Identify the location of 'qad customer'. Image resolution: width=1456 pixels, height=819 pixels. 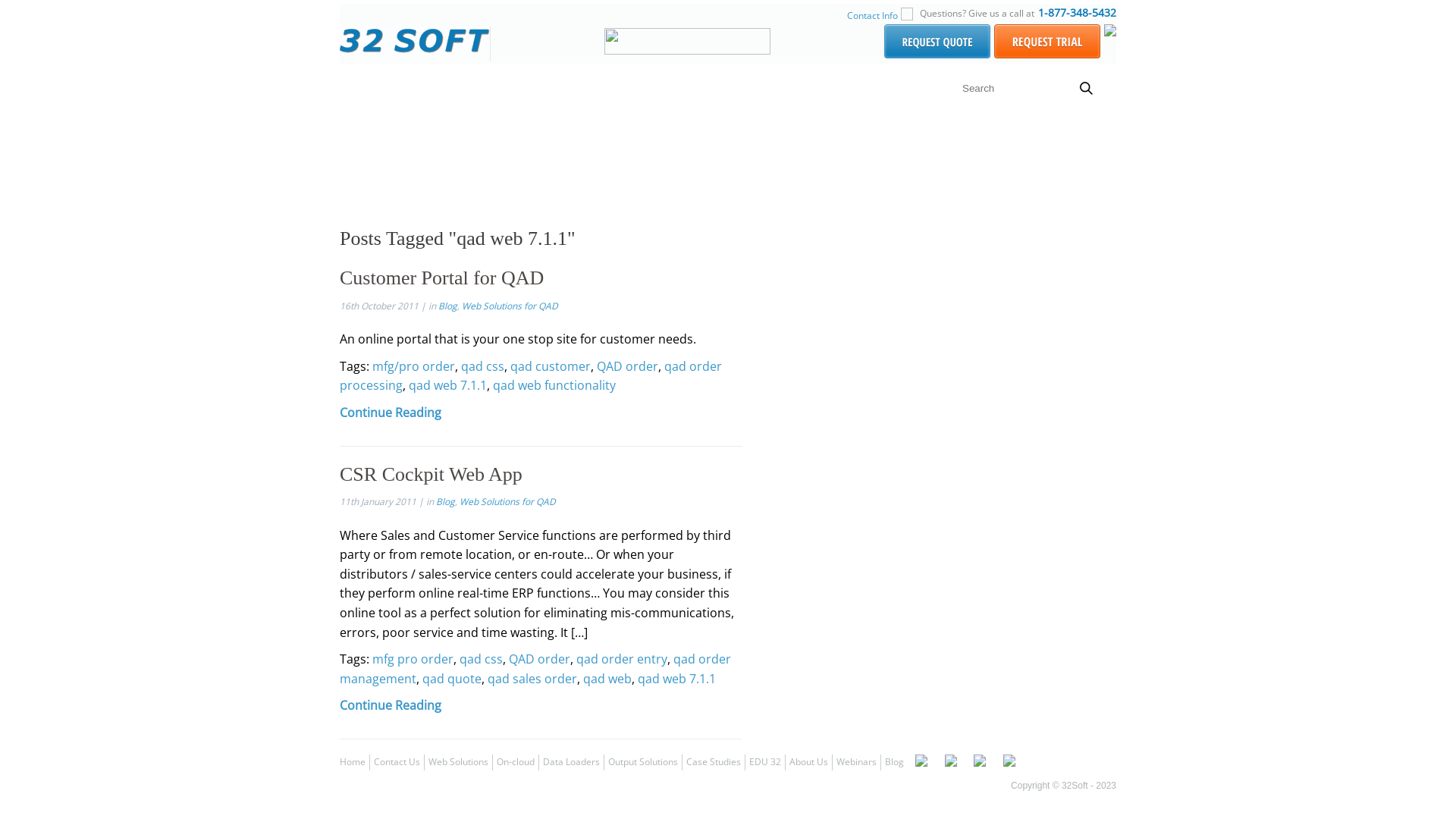
(549, 366).